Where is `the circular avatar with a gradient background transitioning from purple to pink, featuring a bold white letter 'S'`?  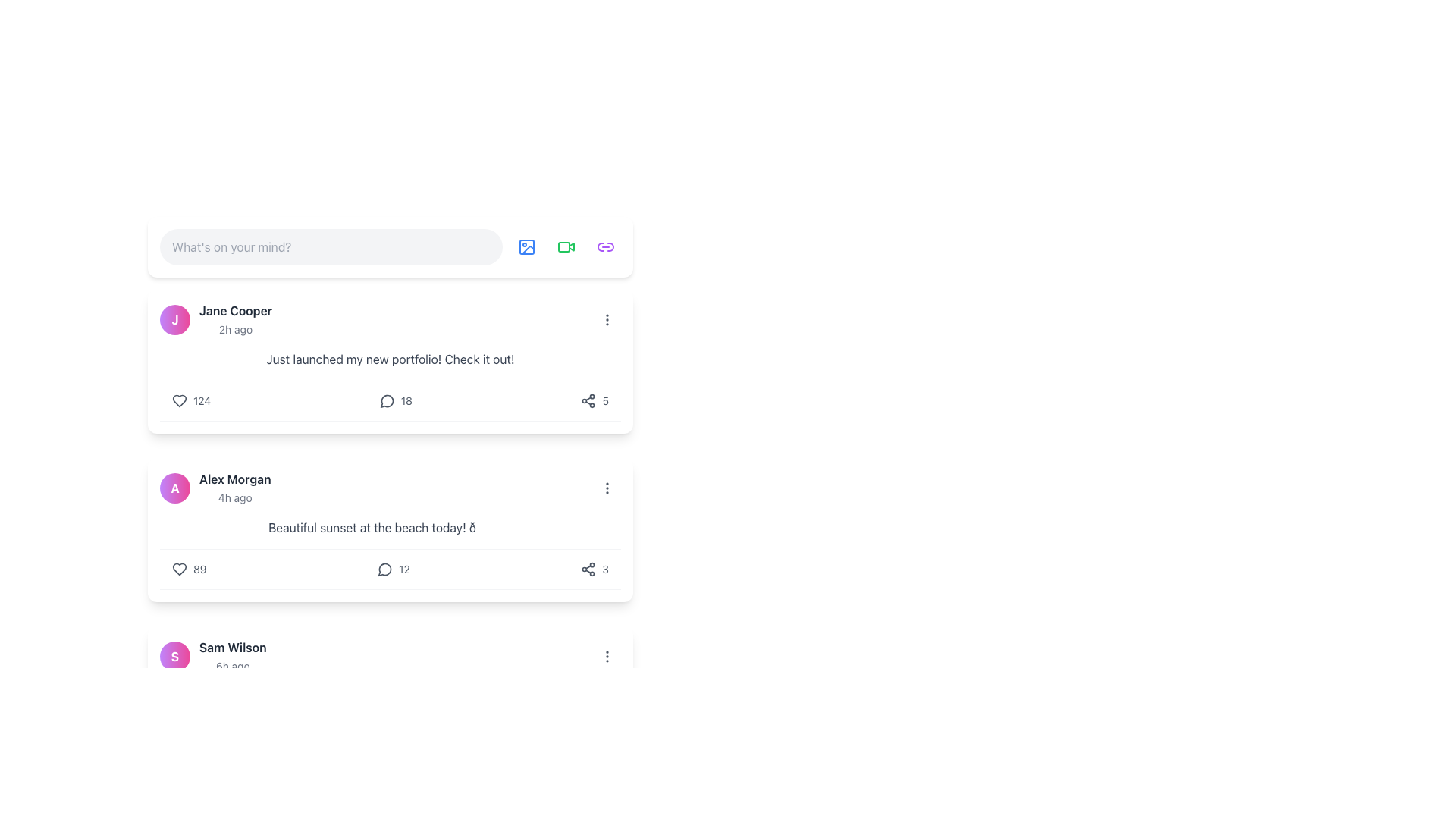 the circular avatar with a gradient background transitioning from purple to pink, featuring a bold white letter 'S' is located at coordinates (174, 656).